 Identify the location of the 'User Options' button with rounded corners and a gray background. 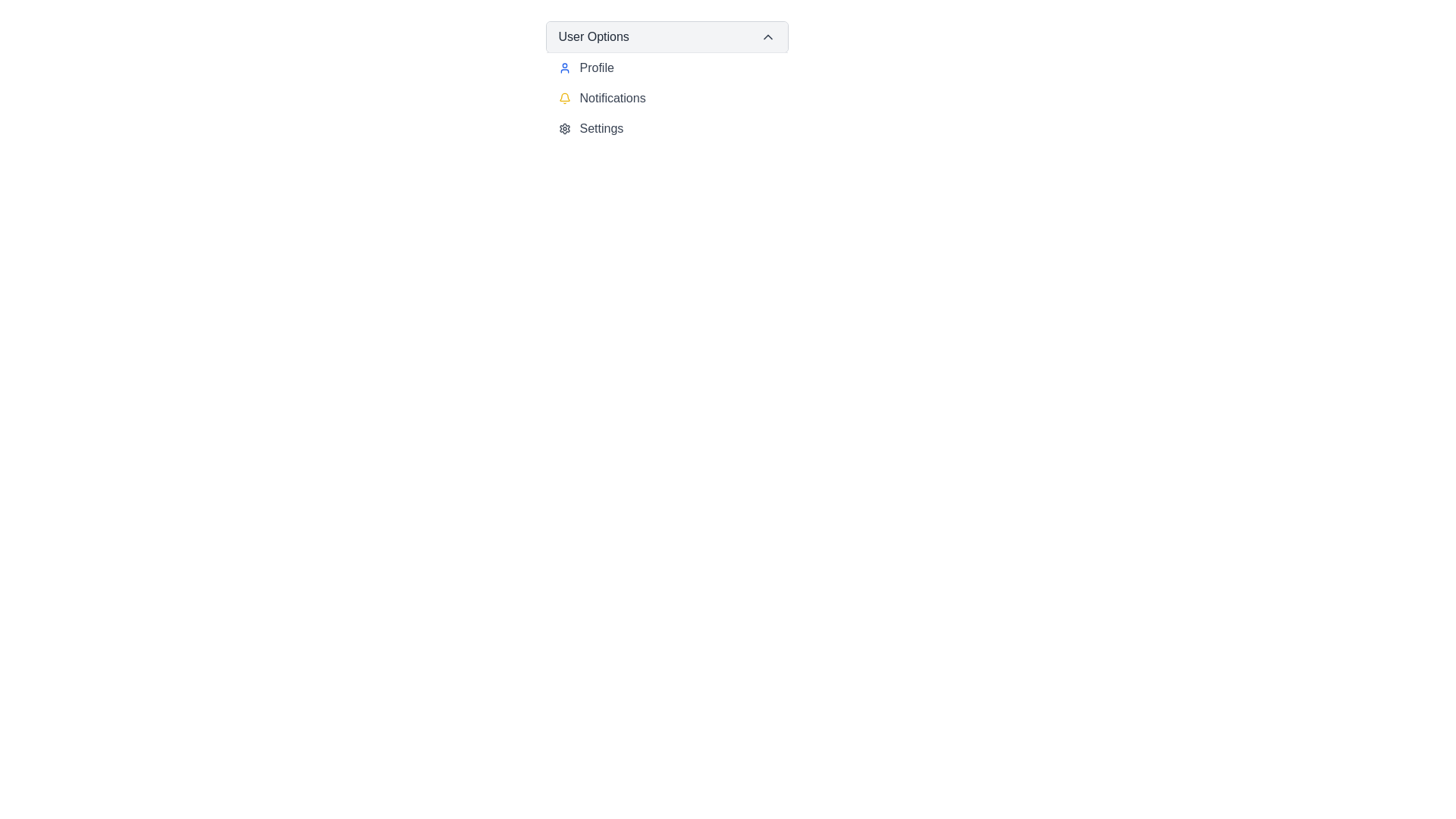
(667, 36).